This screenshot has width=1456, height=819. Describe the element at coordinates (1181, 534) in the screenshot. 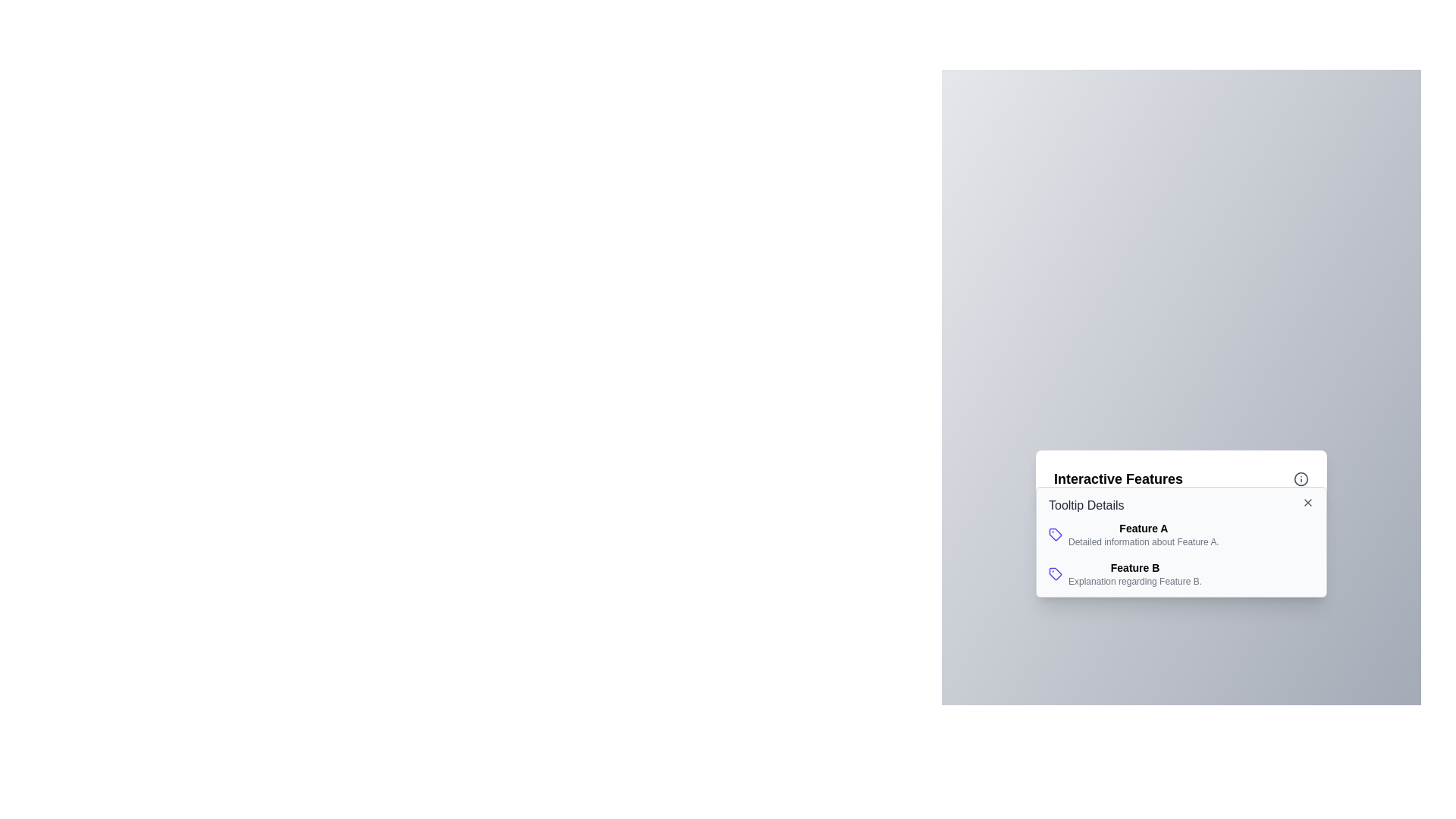

I see `the first list item titled 'Feature A' in the 'Interactive Features' panel, which includes a blue tag icon to its left and a description below the title` at that location.